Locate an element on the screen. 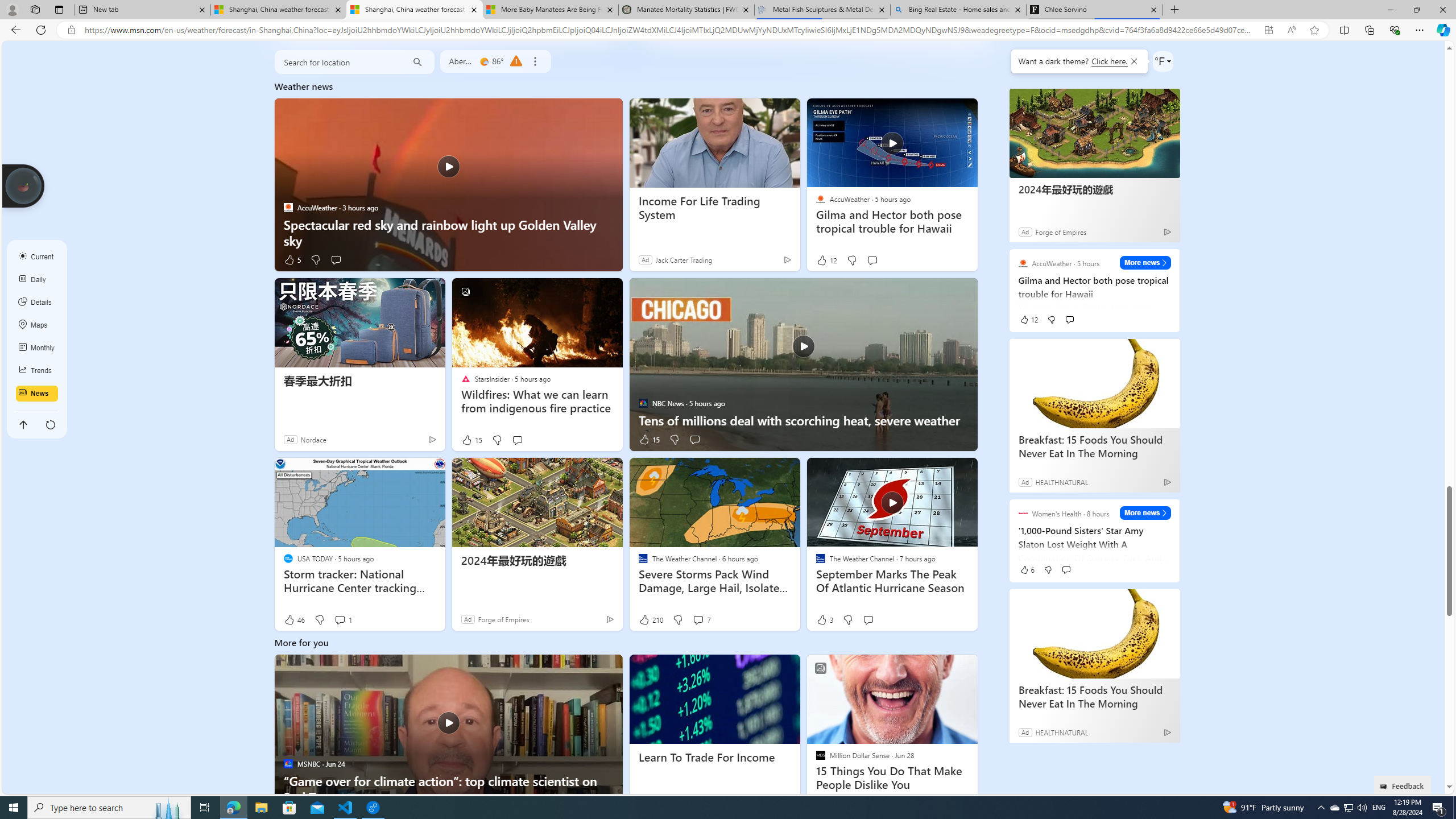  'Daily' is located at coordinates (37, 279).